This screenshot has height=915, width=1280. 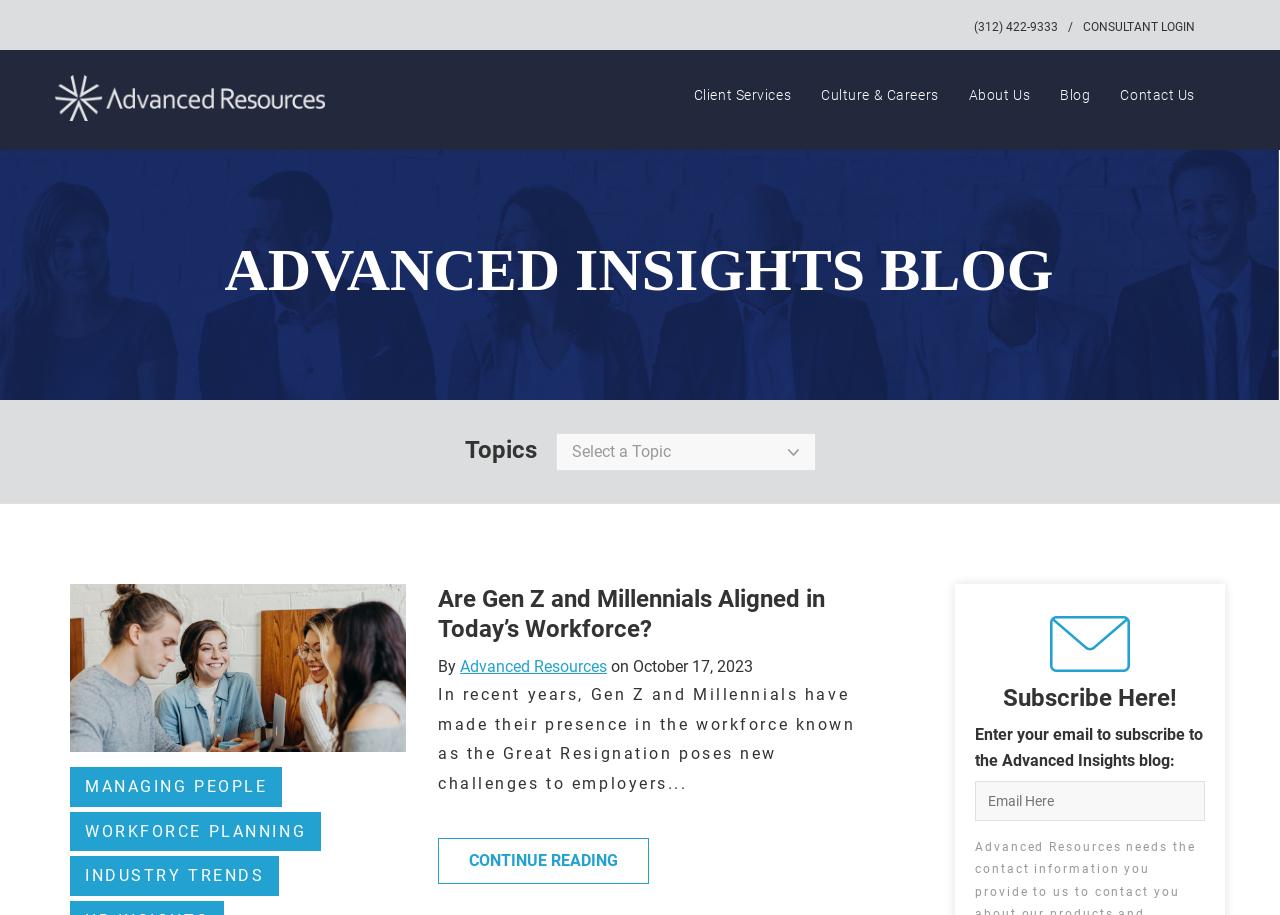 I want to click on 'Advanced Resources', so click(x=532, y=665).